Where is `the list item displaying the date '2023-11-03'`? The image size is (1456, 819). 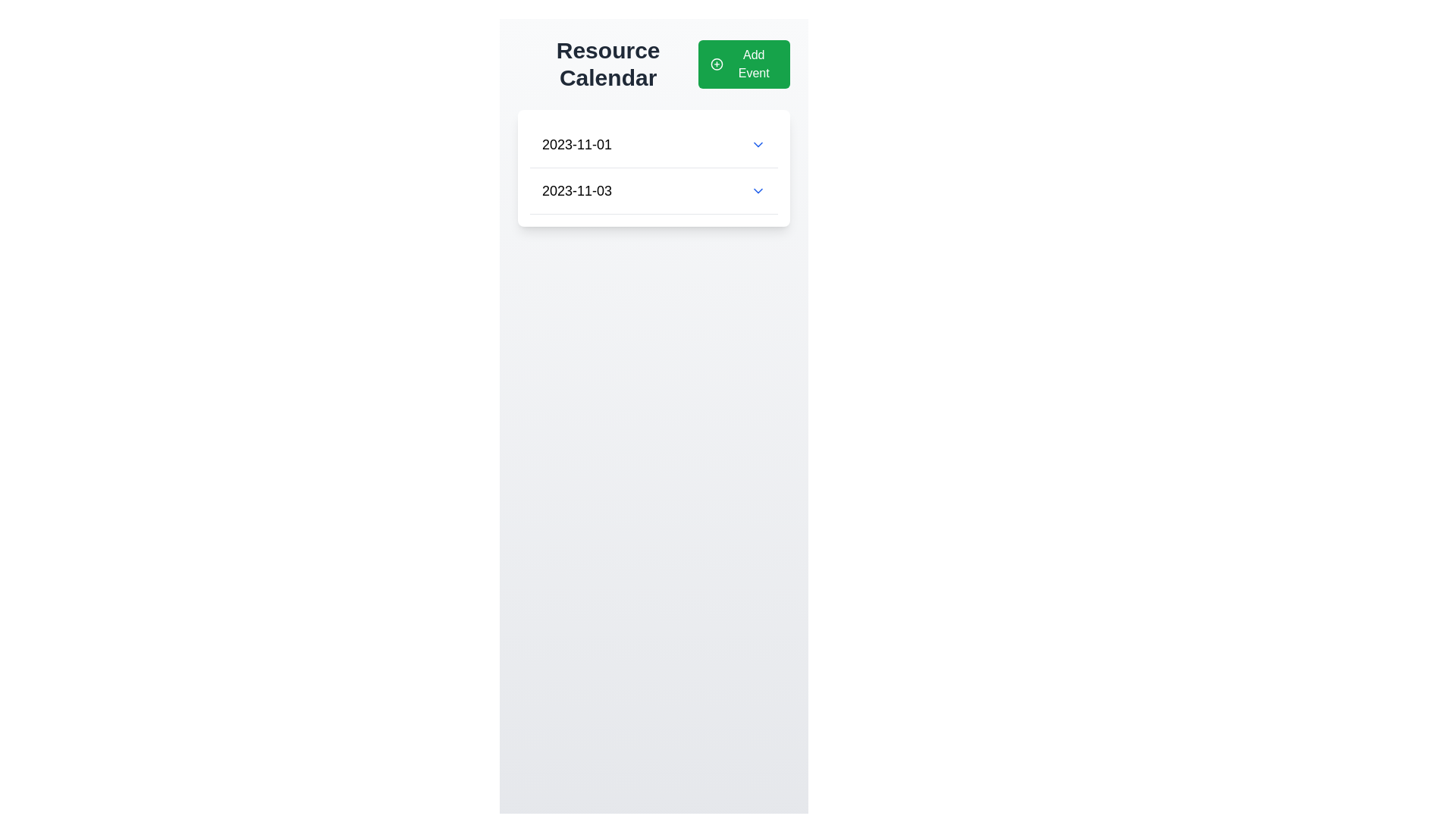 the list item displaying the date '2023-11-03' is located at coordinates (654, 190).